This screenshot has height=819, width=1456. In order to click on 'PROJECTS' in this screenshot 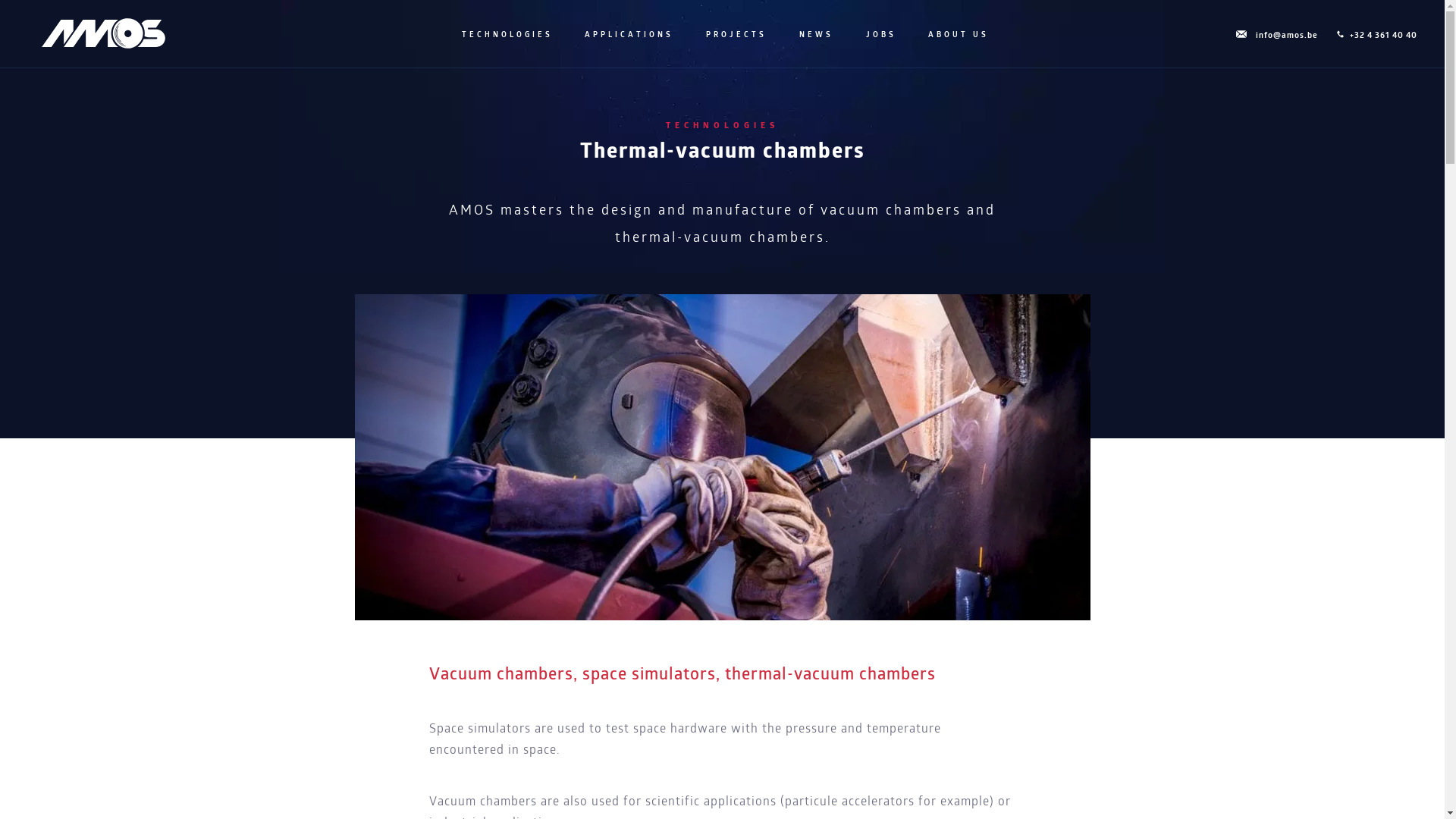, I will do `click(735, 34)`.